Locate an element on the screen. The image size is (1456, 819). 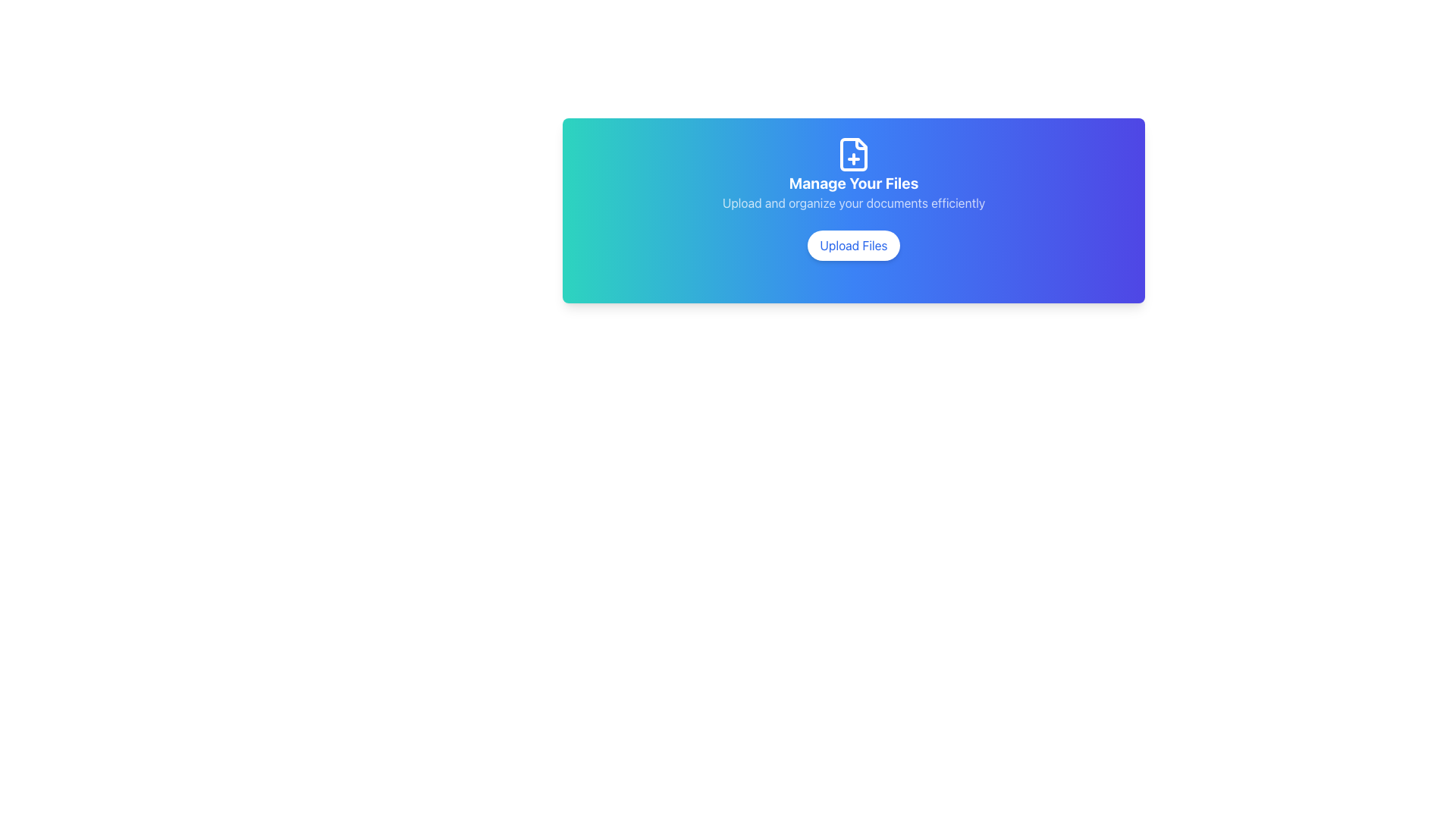
the text element that reads 'Upload and organize your documents efficiently', which is styled with white color and semi-transparency, located below 'Manage Your Files' is located at coordinates (854, 202).